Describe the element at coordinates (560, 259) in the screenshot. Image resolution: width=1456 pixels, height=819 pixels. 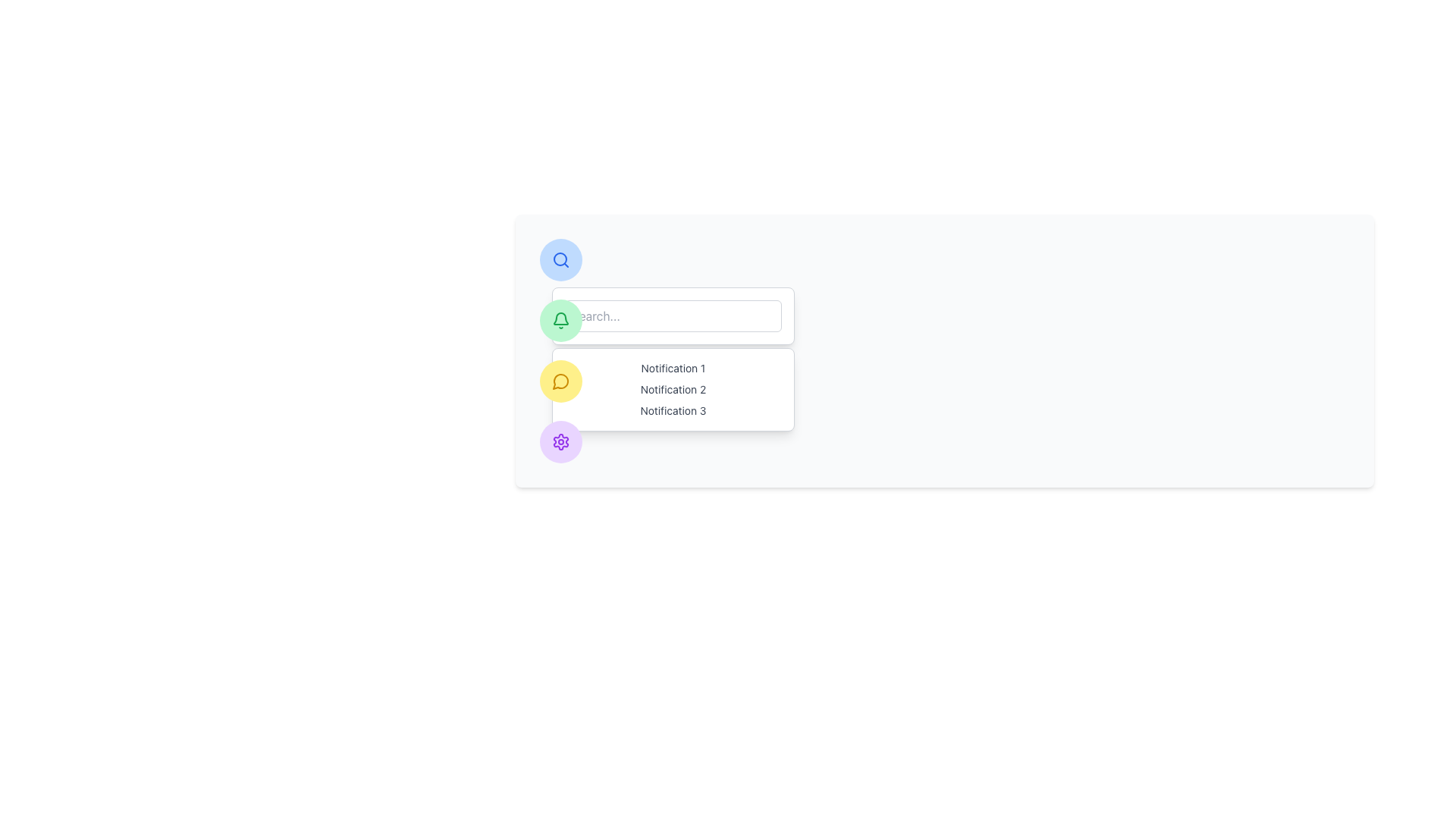
I see `the blue magnifying glass icon within the rounded blue circular button located at the top-left of the vertical stack of icons` at that location.